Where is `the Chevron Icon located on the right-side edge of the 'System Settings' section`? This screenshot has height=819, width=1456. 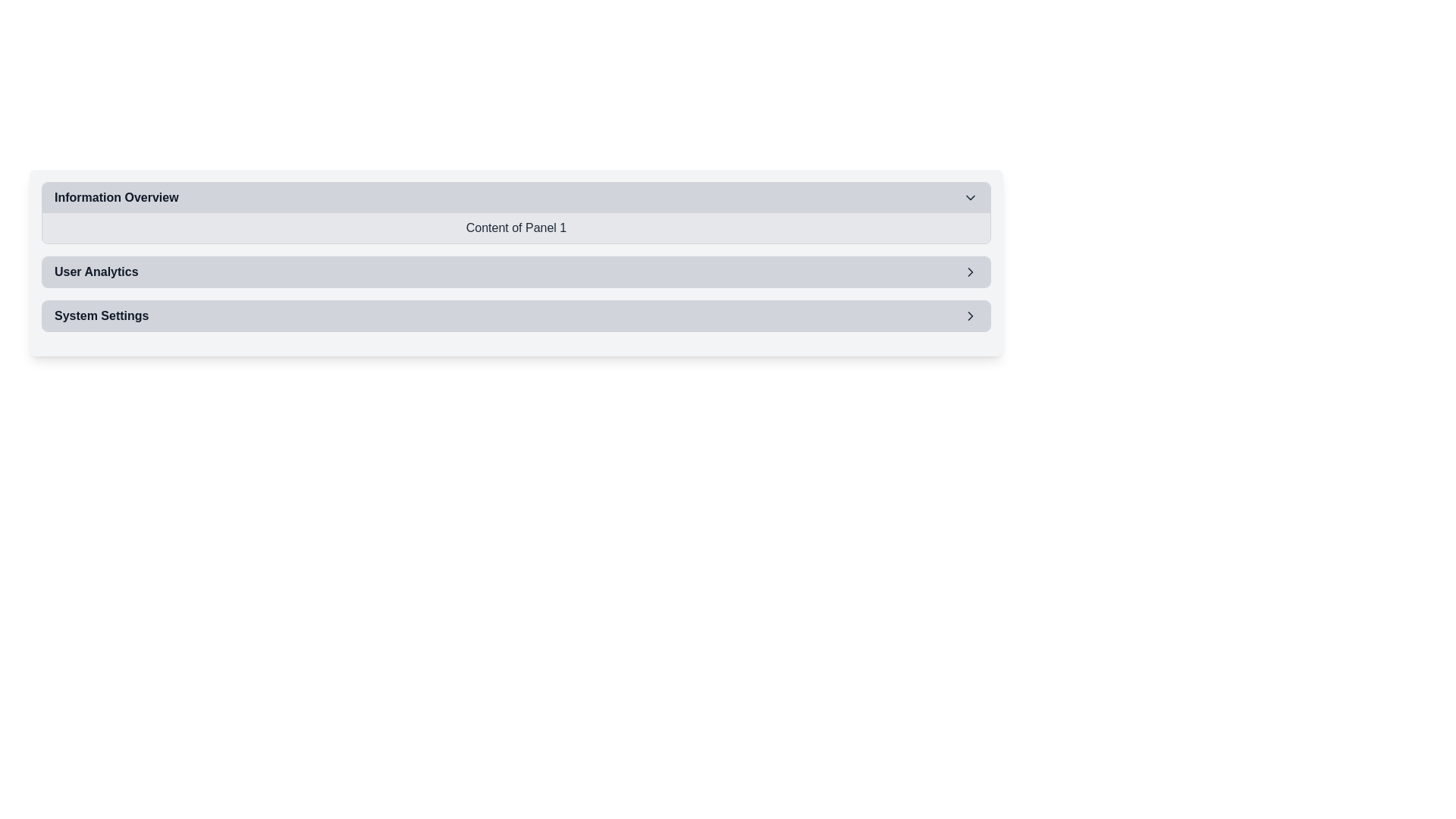
the Chevron Icon located on the right-side edge of the 'System Settings' section is located at coordinates (971, 315).